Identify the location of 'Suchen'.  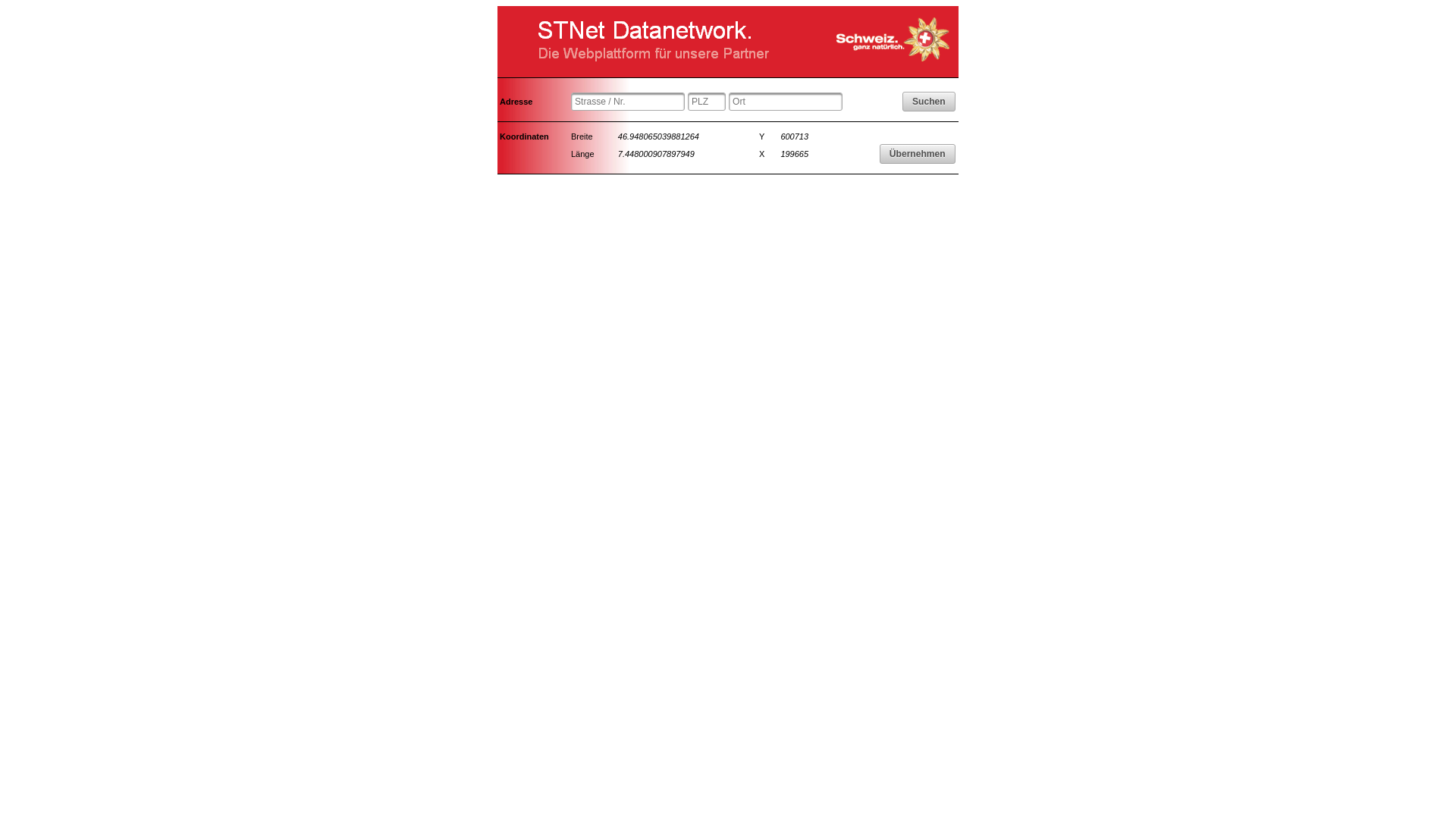
(902, 102).